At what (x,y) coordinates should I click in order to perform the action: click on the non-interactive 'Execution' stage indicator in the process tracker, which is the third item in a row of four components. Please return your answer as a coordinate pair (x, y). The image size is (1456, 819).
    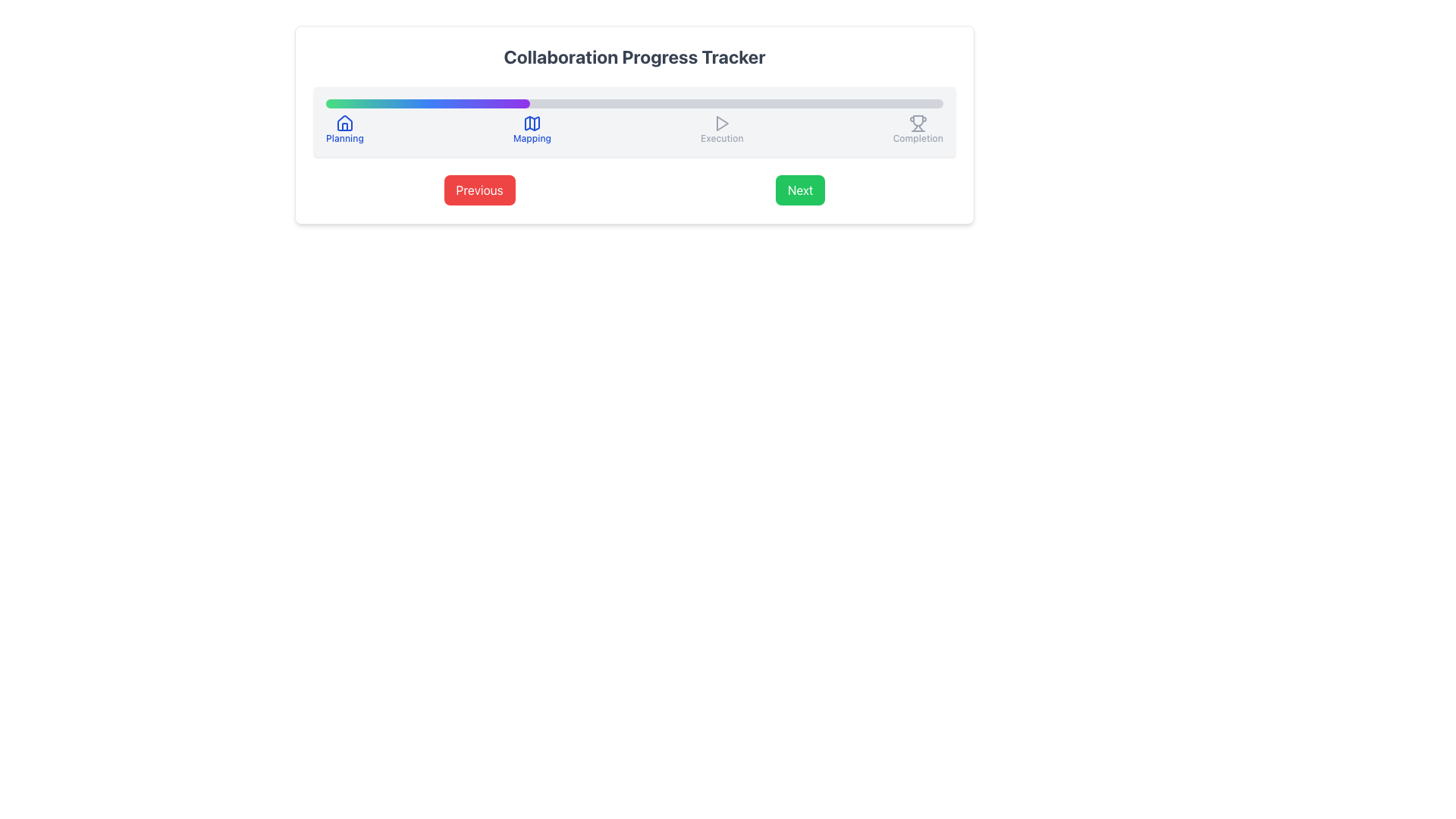
    Looking at the image, I should click on (721, 128).